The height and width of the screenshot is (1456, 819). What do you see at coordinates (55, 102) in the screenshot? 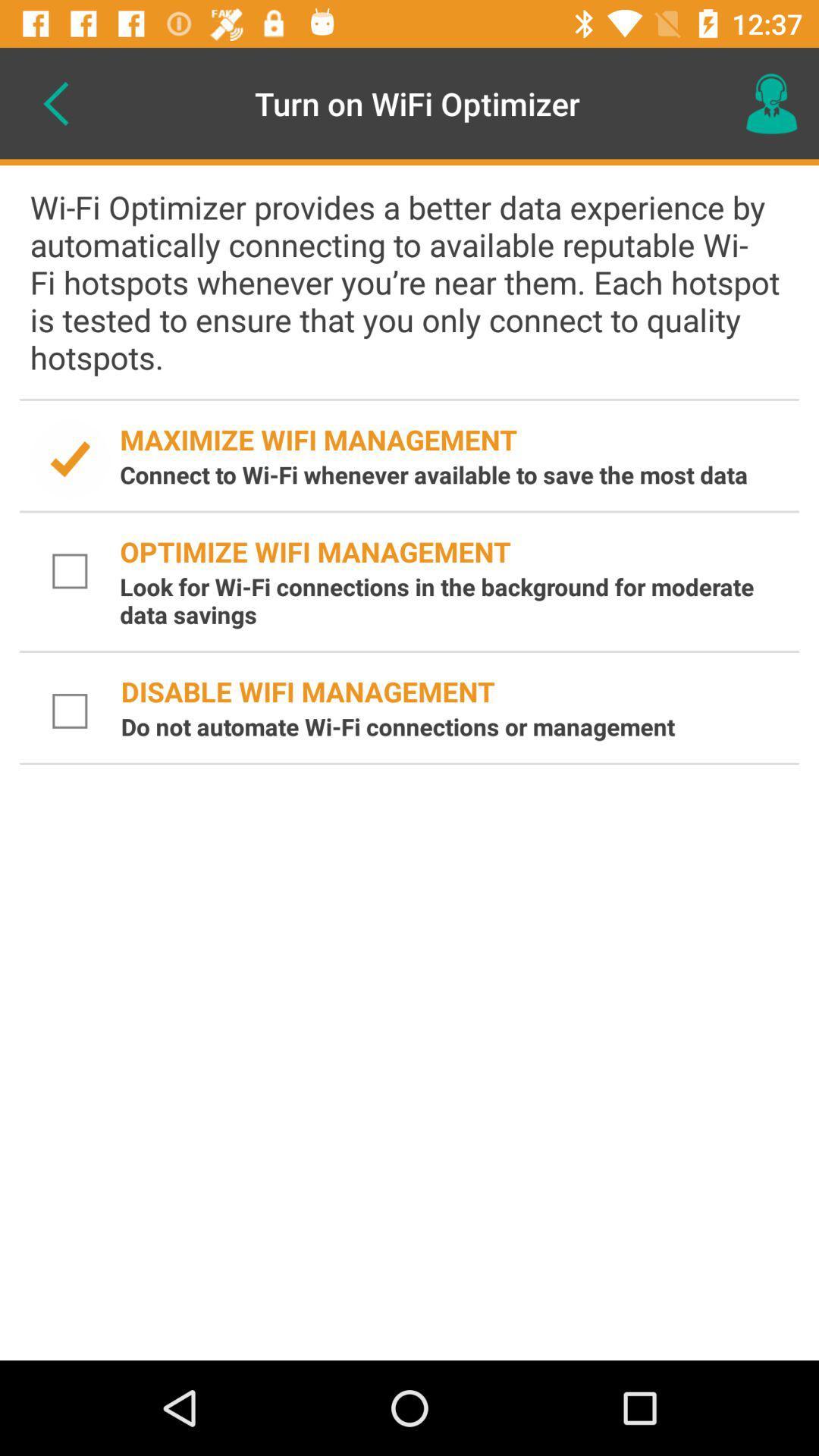
I see `the item to the left of turn on wifi` at bounding box center [55, 102].